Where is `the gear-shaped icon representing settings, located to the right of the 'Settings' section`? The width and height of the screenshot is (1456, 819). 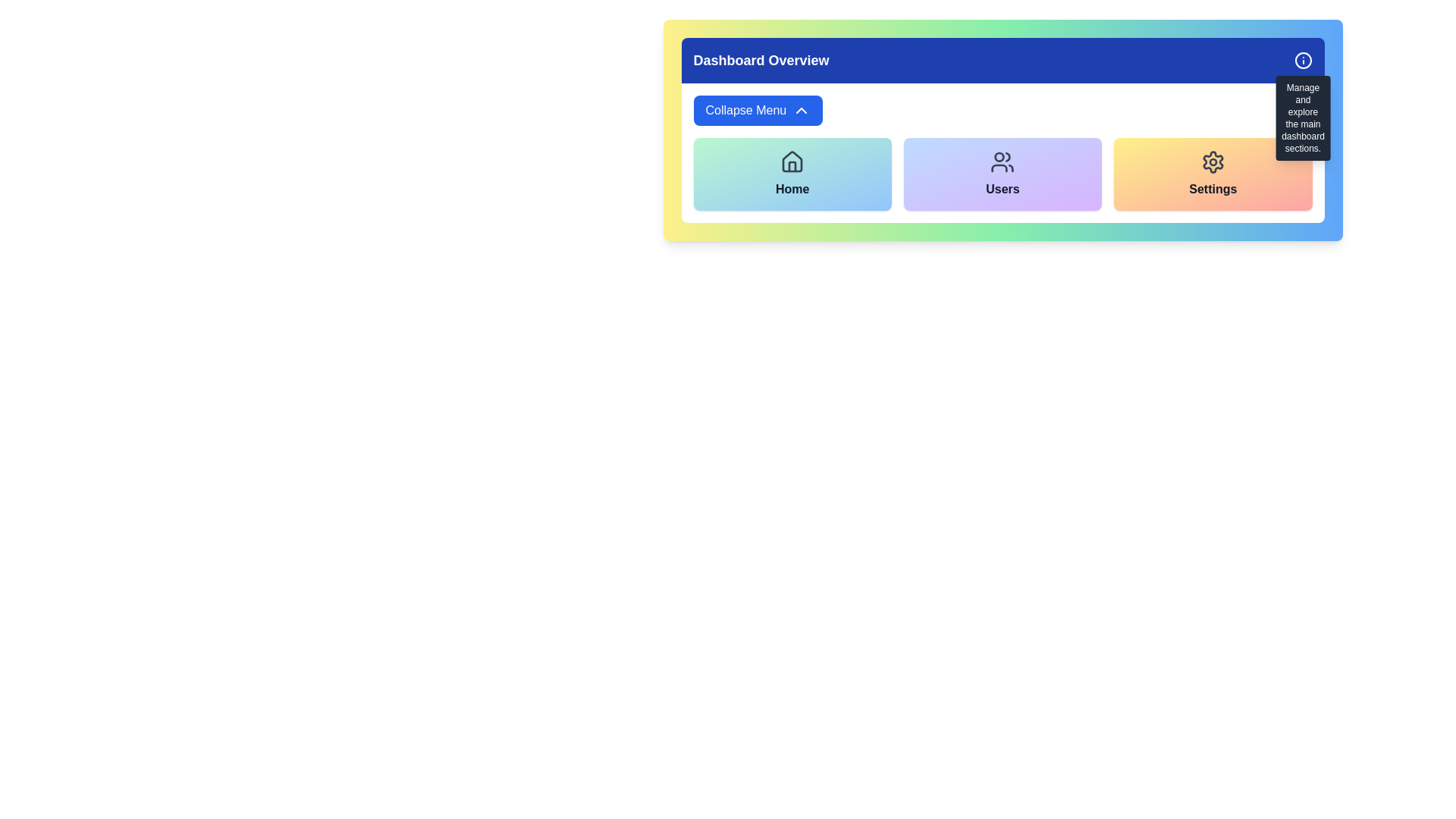
the gear-shaped icon representing settings, located to the right of the 'Settings' section is located at coordinates (1212, 162).